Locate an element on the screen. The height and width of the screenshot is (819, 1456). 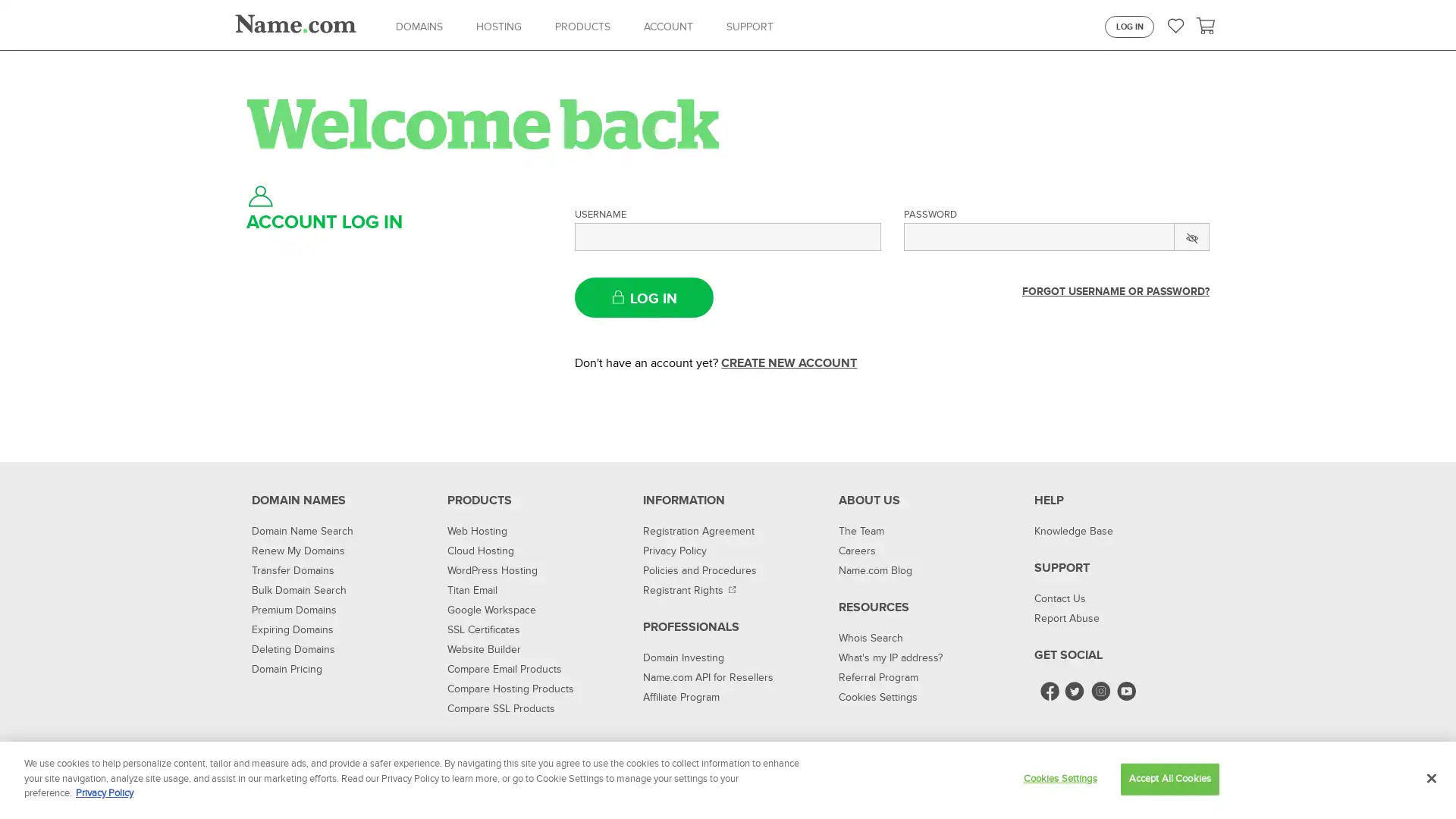
Close is located at coordinates (1430, 778).